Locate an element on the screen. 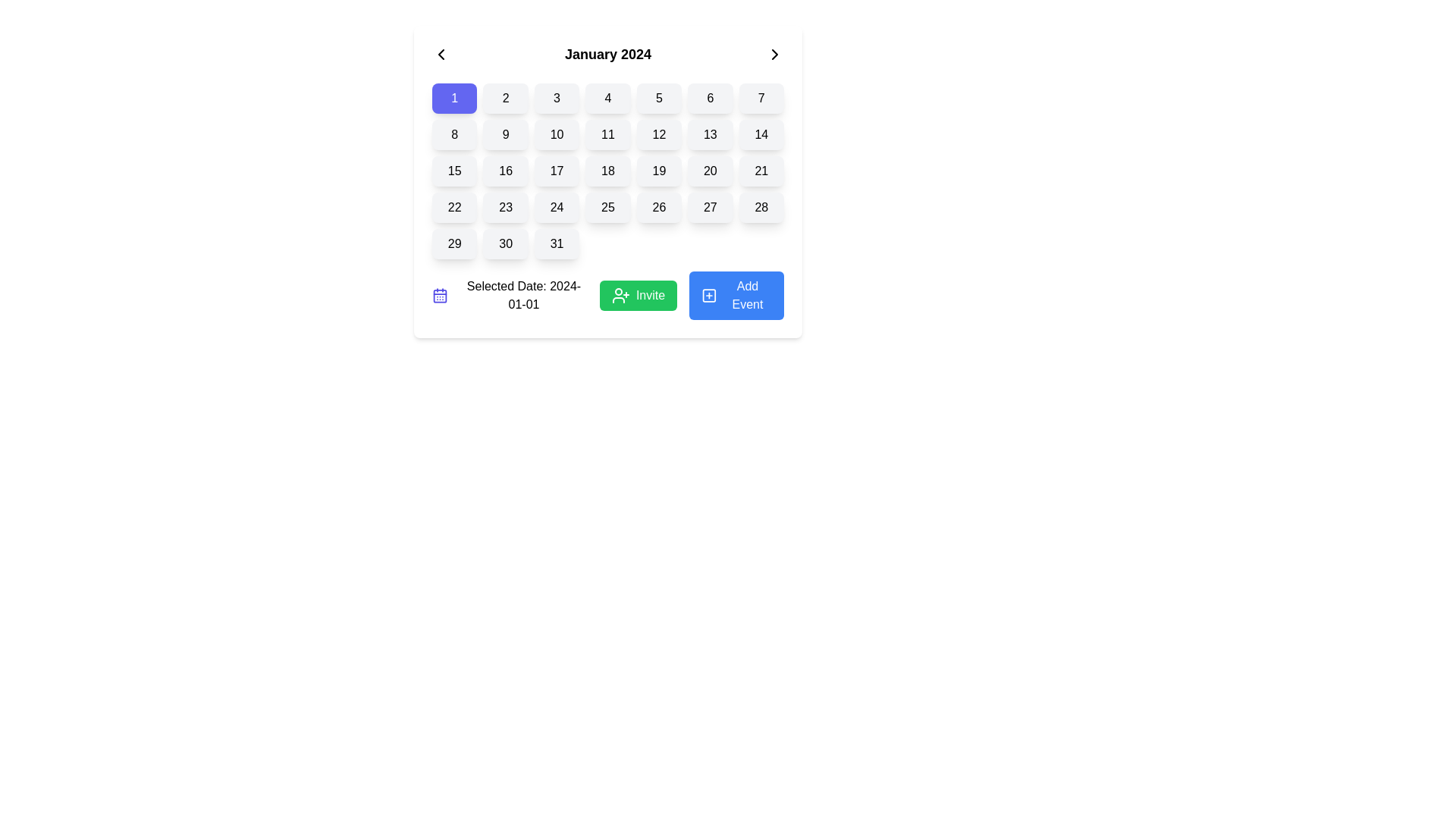  the 7th day button in the calendar interface is located at coordinates (761, 99).